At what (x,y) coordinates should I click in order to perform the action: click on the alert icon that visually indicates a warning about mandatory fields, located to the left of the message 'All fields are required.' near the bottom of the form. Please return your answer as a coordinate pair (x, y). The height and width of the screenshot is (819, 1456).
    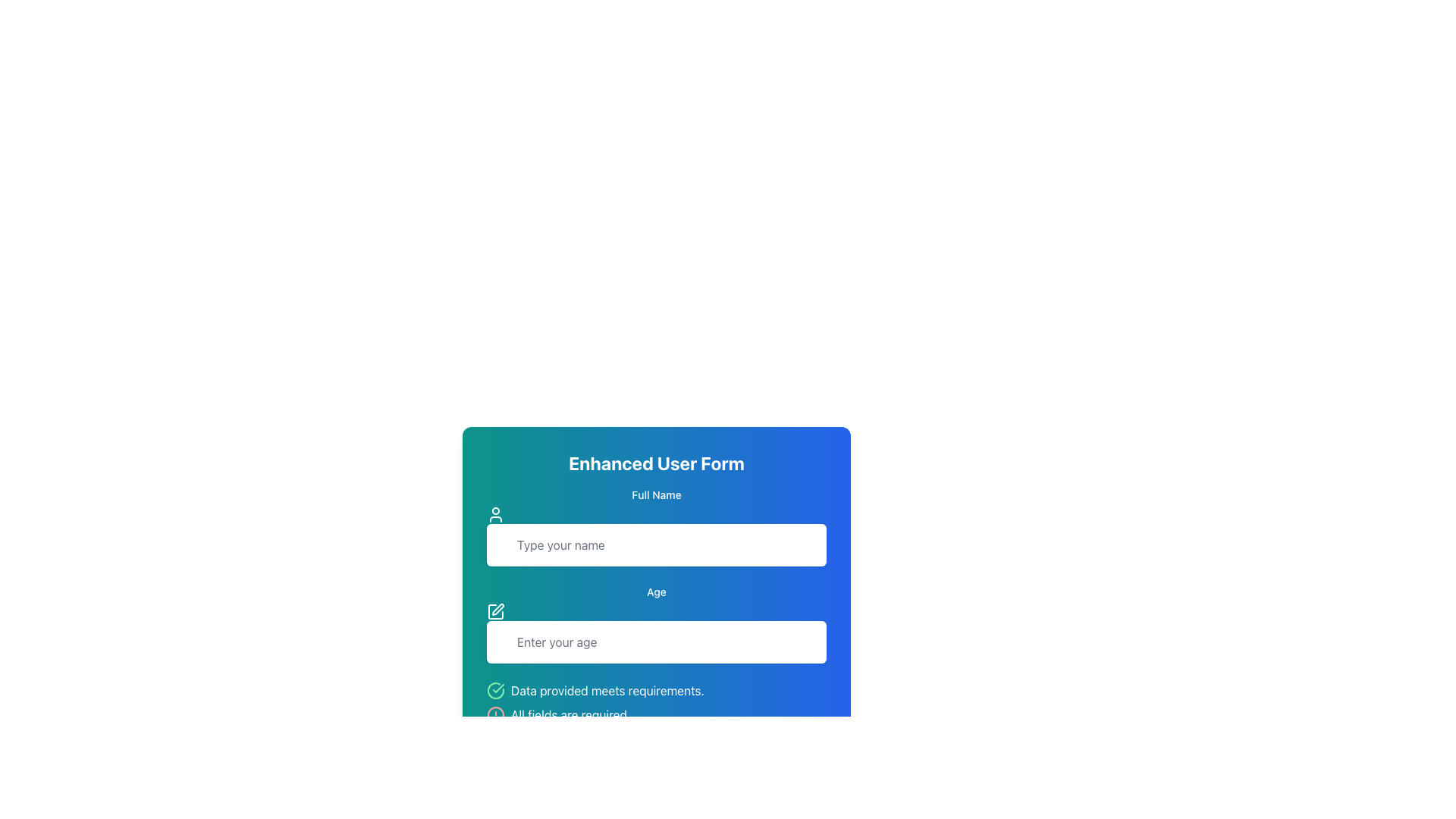
    Looking at the image, I should click on (495, 714).